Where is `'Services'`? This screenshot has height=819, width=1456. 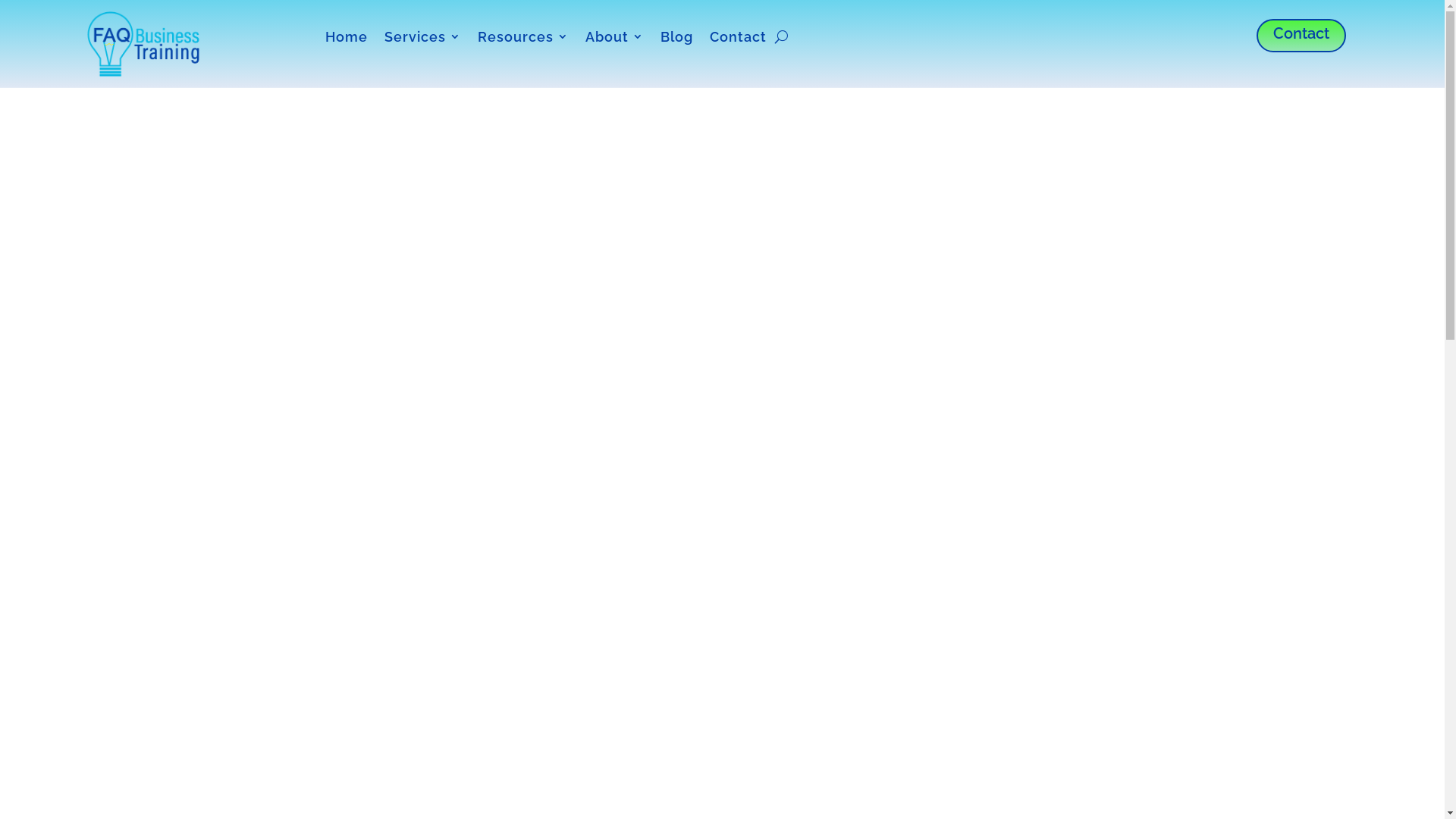 'Services' is located at coordinates (422, 39).